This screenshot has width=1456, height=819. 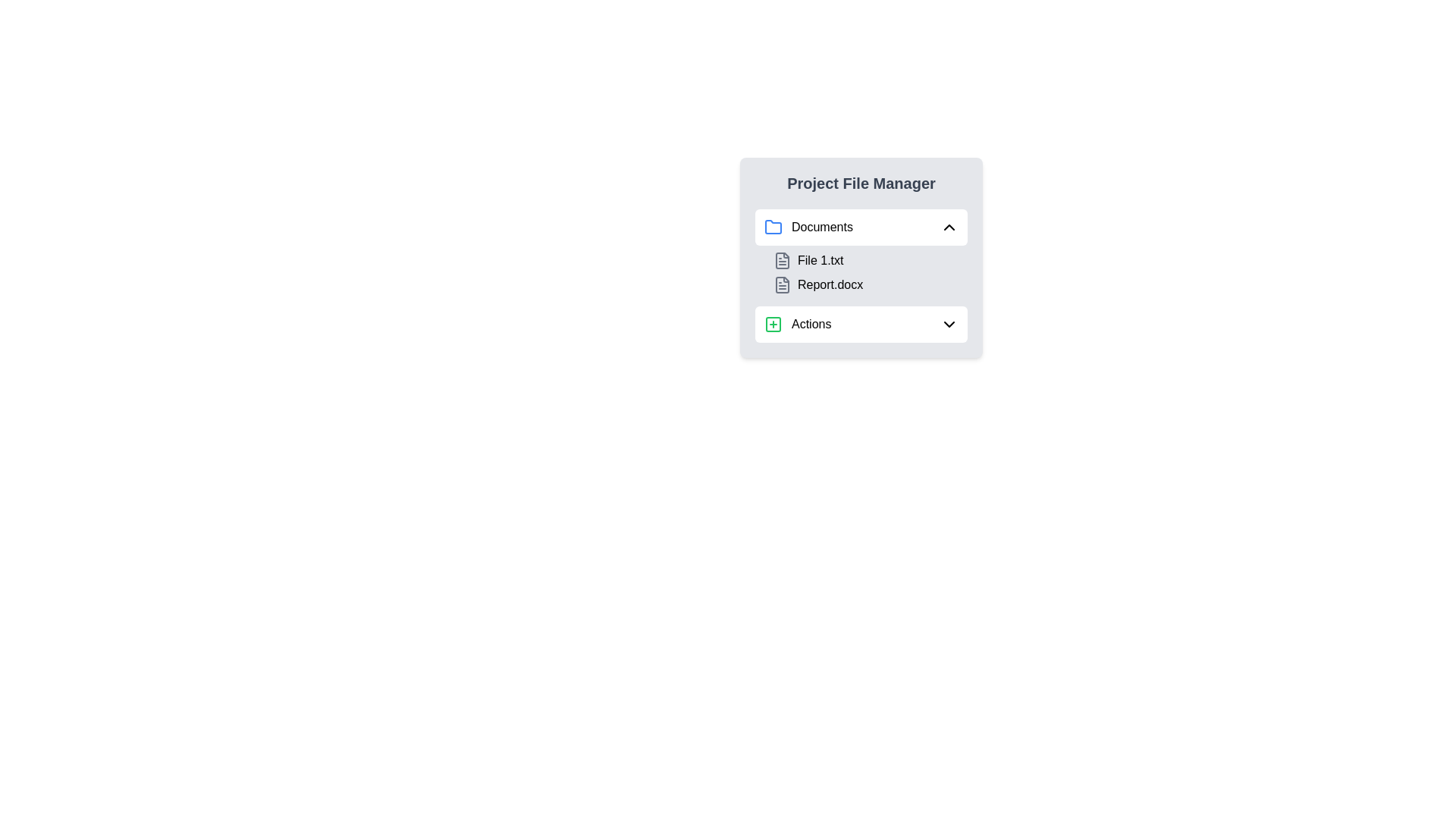 I want to click on the 'Documents' folder button in the file manager to change its background color, so click(x=861, y=227).